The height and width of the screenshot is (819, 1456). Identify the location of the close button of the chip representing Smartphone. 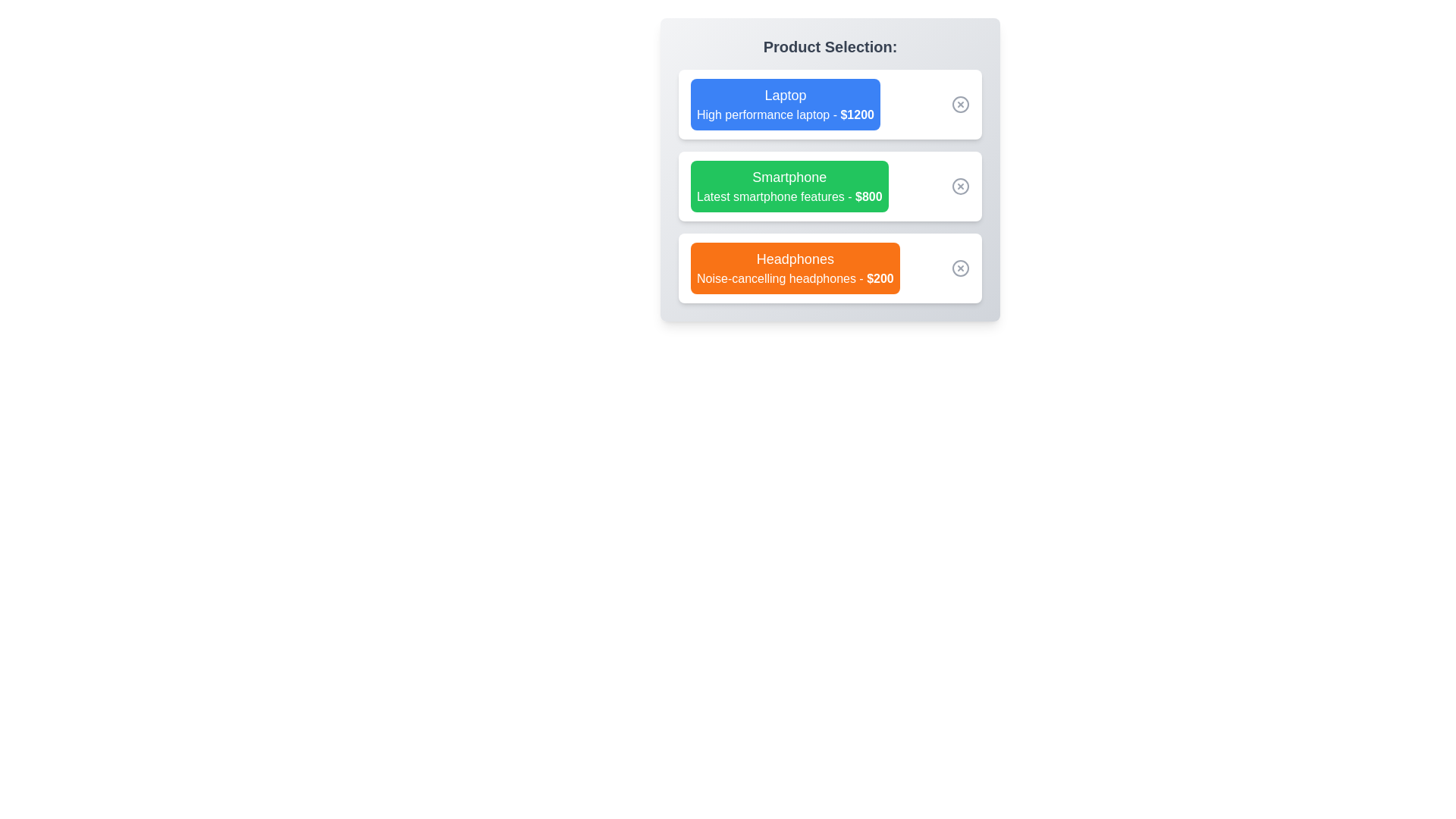
(960, 186).